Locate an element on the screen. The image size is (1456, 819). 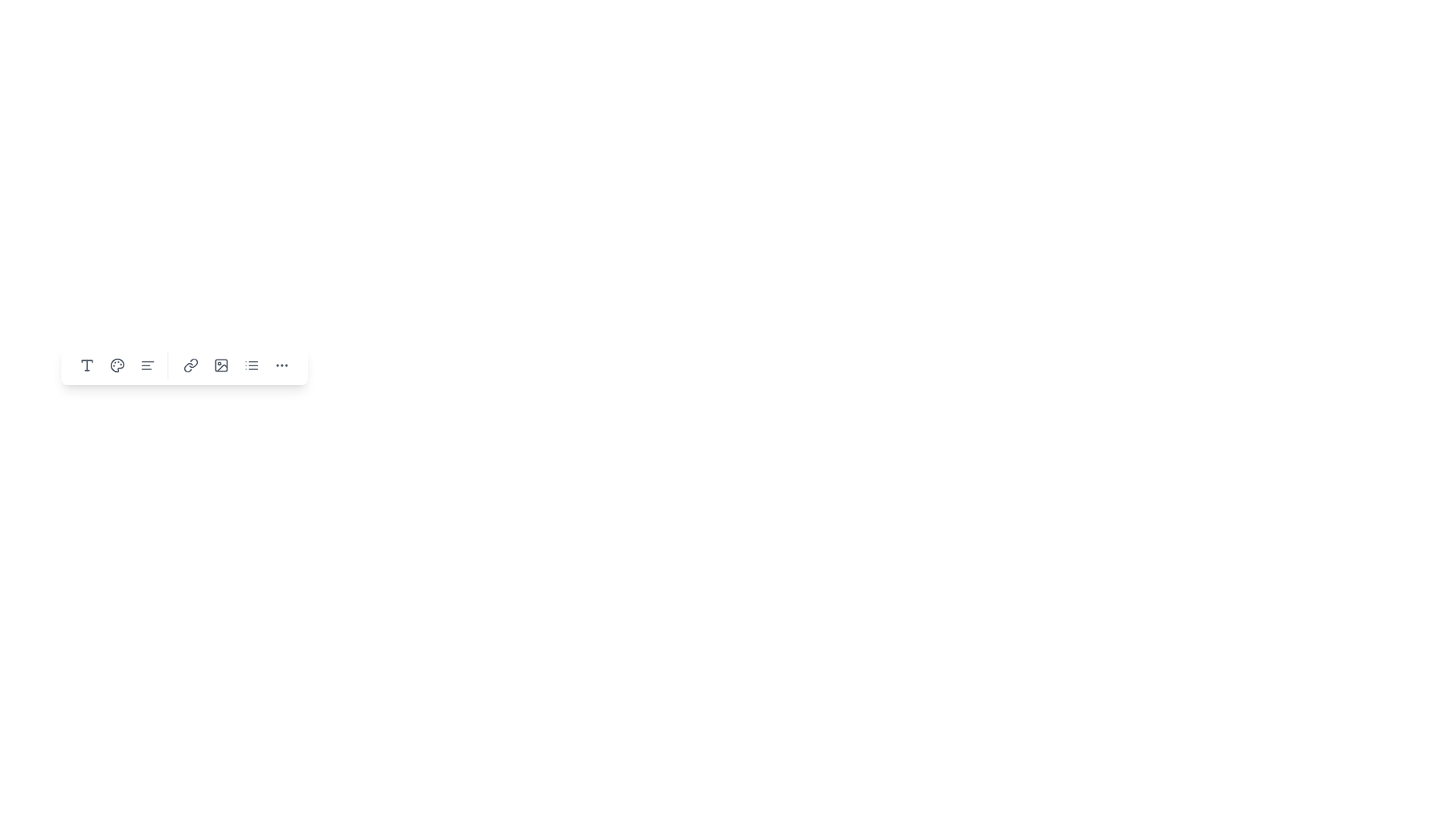
the menu trigger button located at the far right of the horizontal toolbar is located at coordinates (282, 366).